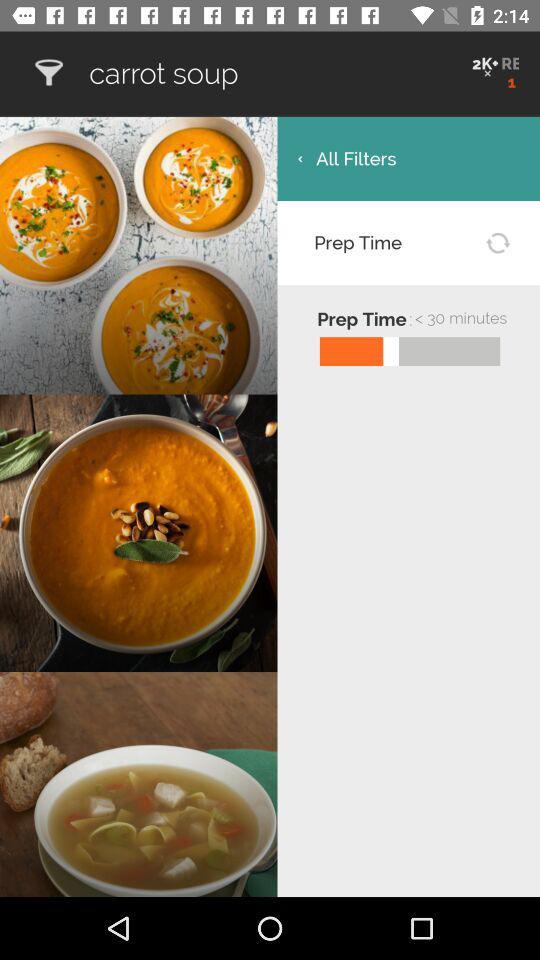  I want to click on the refresh icon, so click(496, 241).